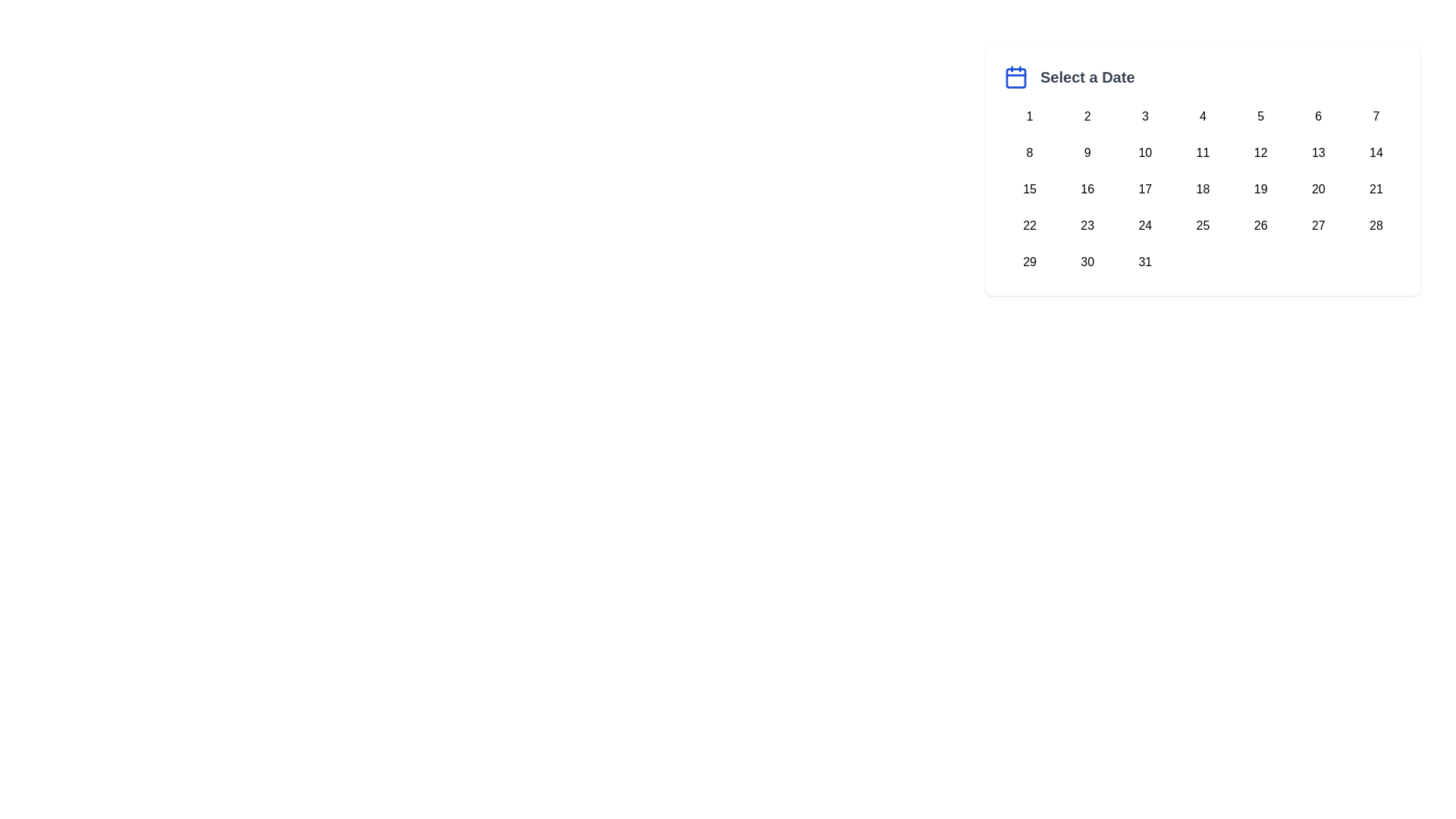 This screenshot has height=819, width=1456. What do you see at coordinates (1030, 225) in the screenshot?
I see `the square button labeled '22' in the calendar grid` at bounding box center [1030, 225].